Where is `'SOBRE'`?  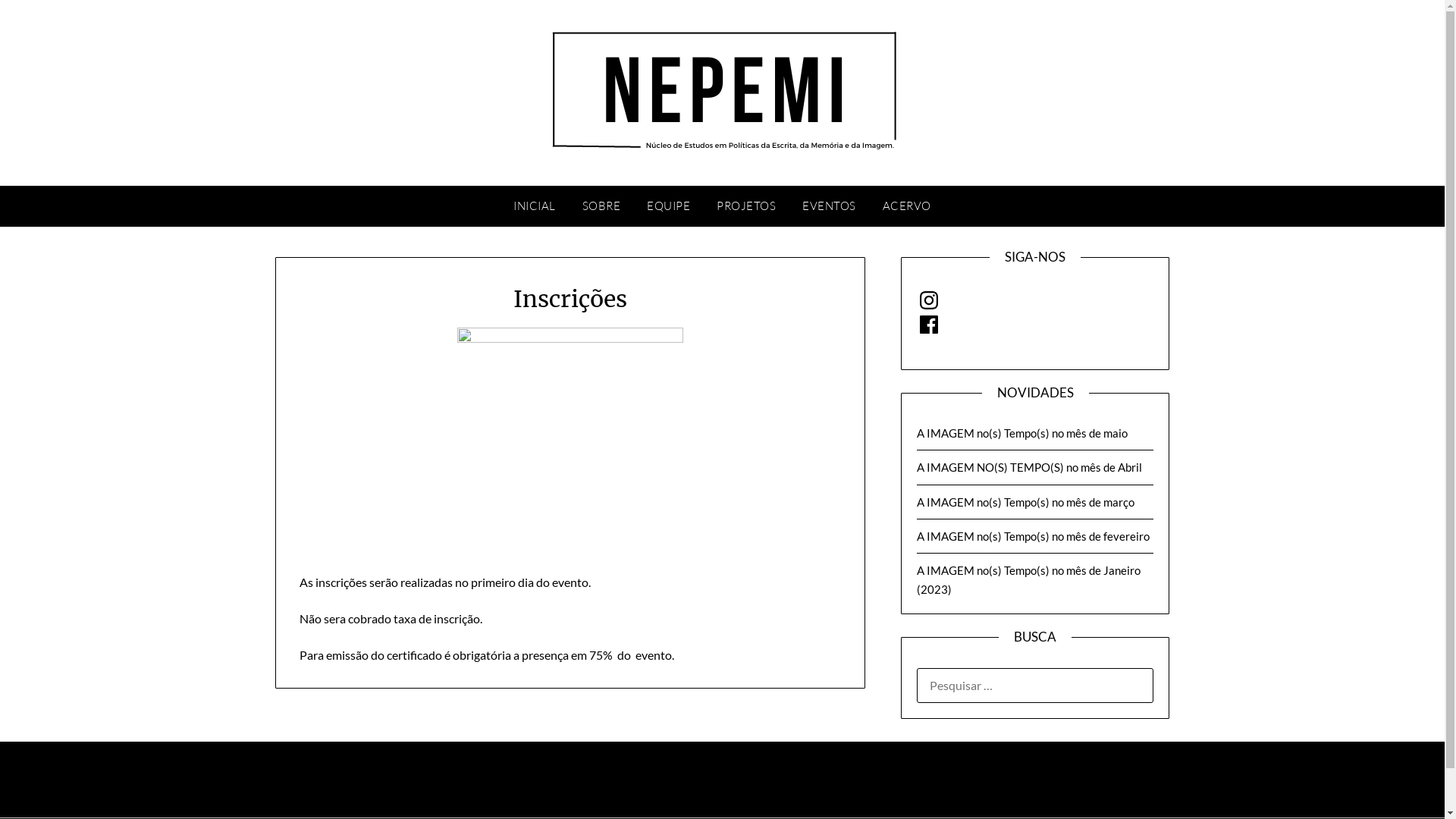
'SOBRE' is located at coordinates (601, 206).